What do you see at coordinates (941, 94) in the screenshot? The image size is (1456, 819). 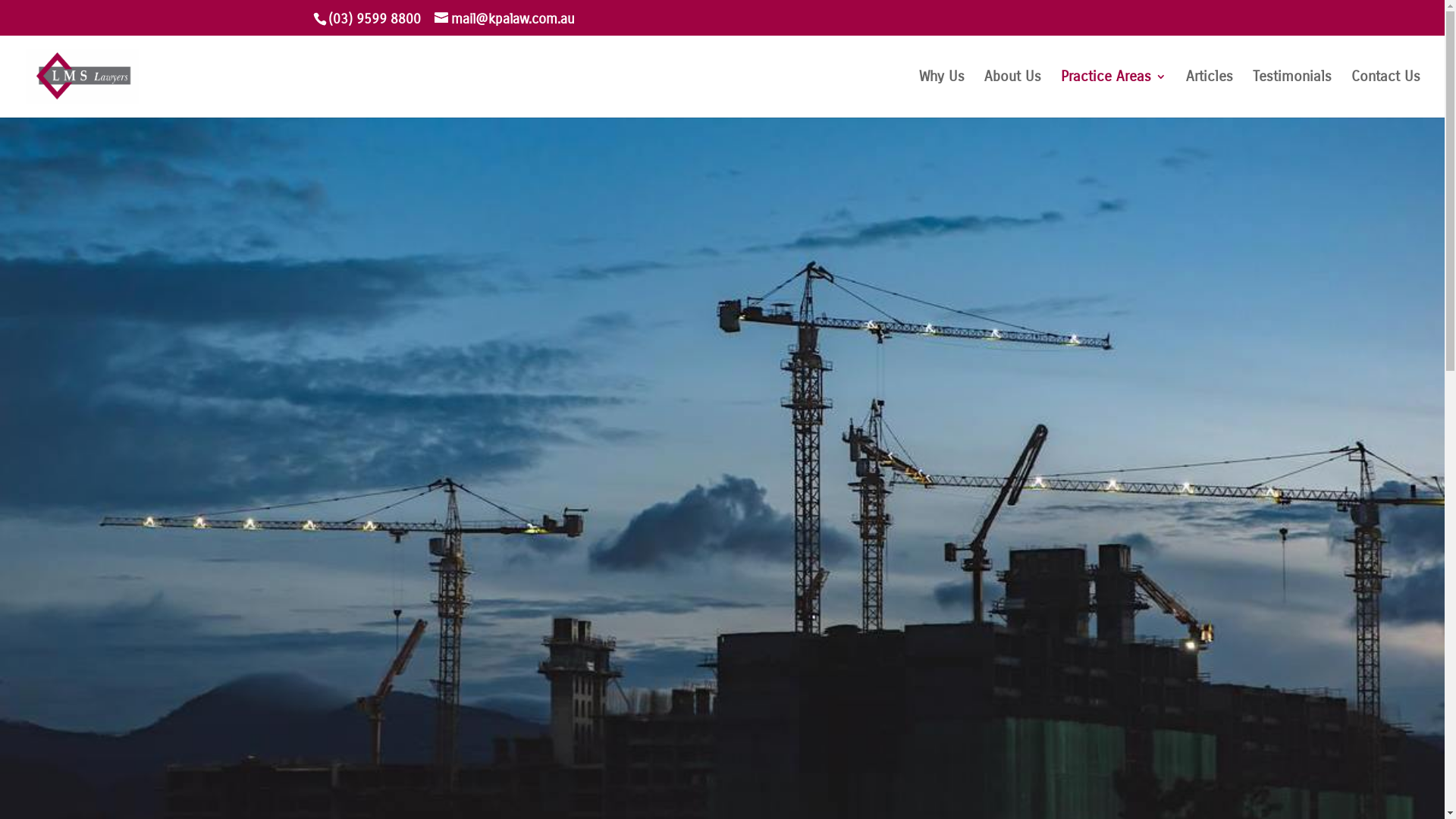 I see `'Why Us'` at bounding box center [941, 94].